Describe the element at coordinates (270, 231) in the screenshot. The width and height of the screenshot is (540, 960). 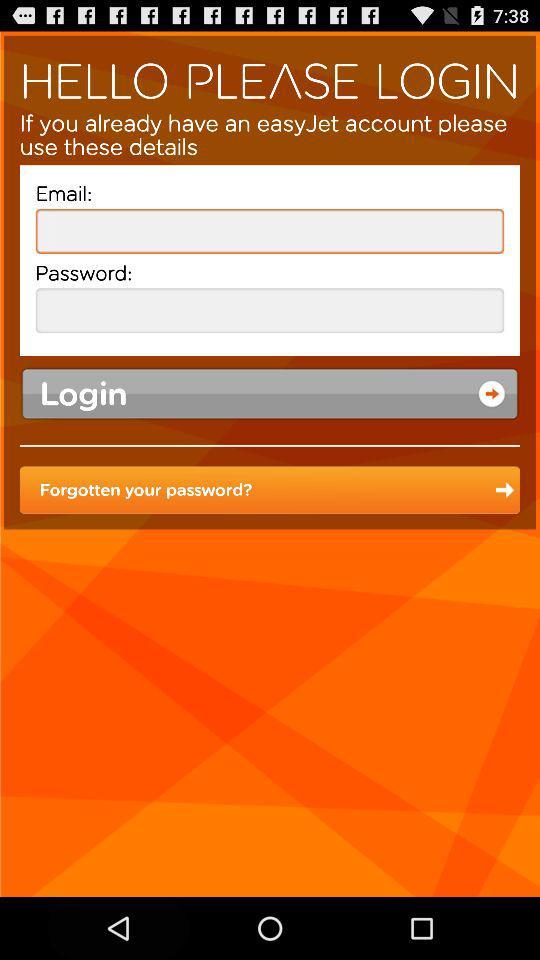
I see `typing space` at that location.